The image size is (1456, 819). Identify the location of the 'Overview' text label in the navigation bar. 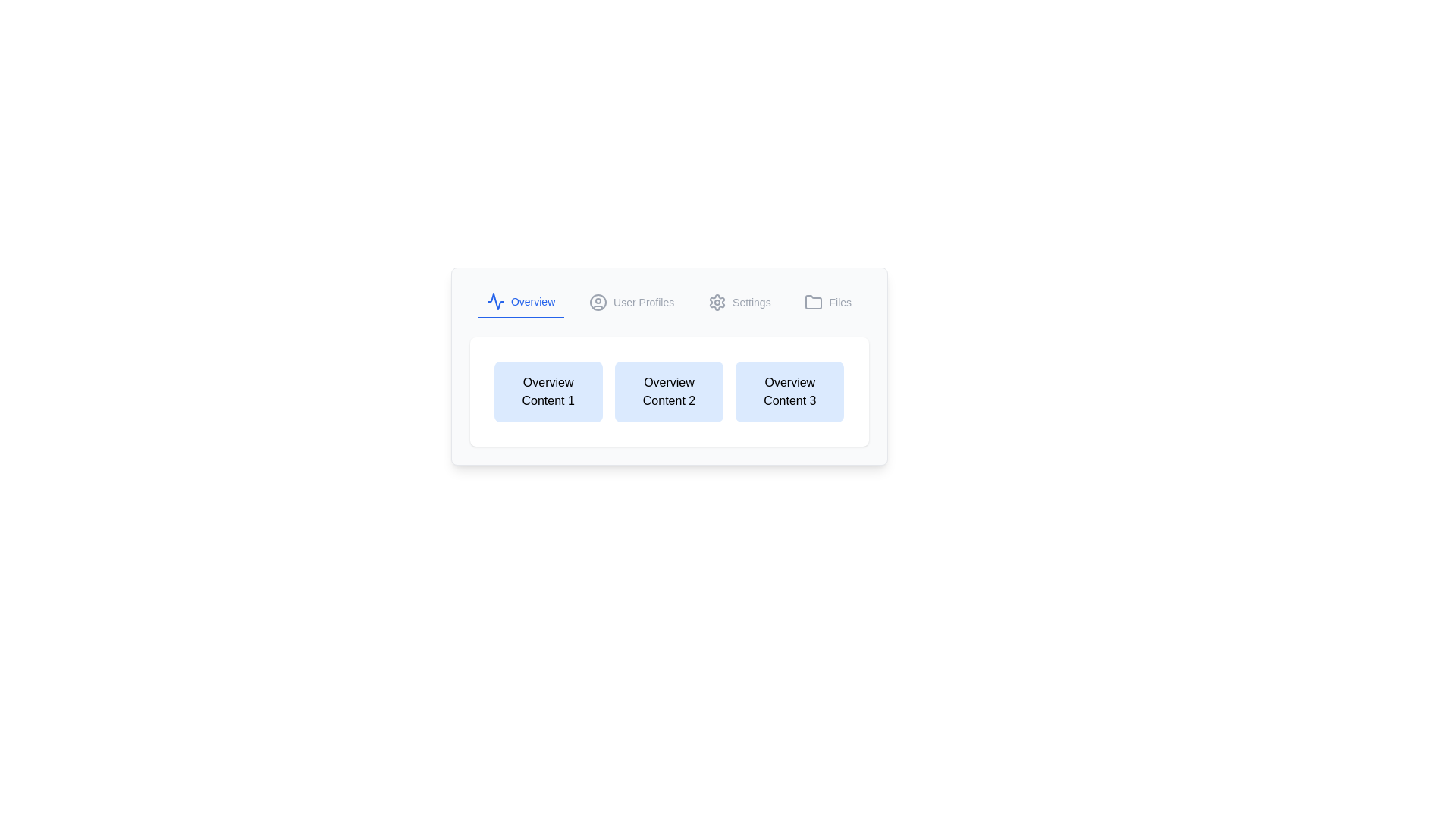
(533, 301).